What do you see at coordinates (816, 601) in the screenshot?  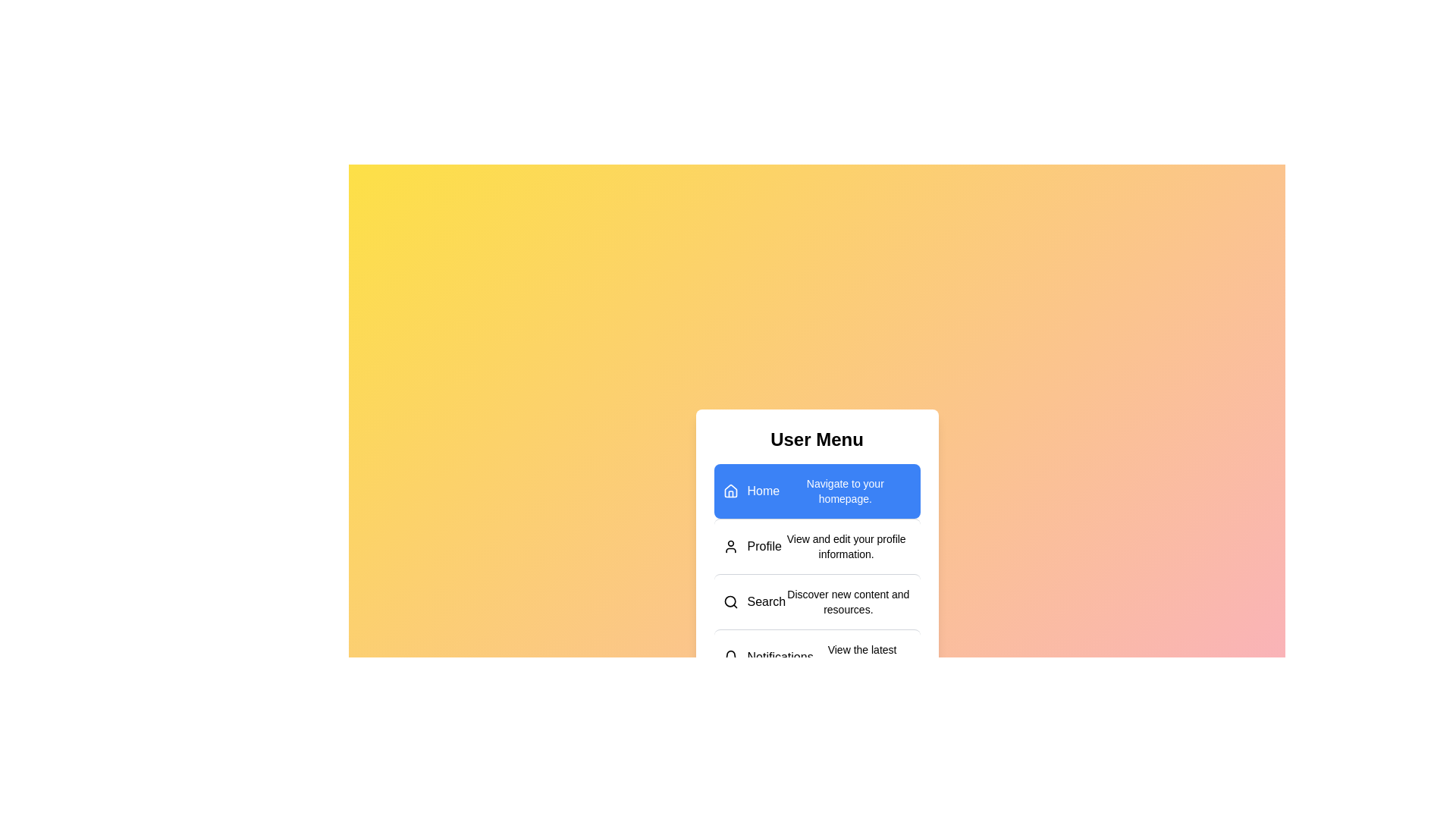 I see `the menu item labeled 'Search' to read its description` at bounding box center [816, 601].